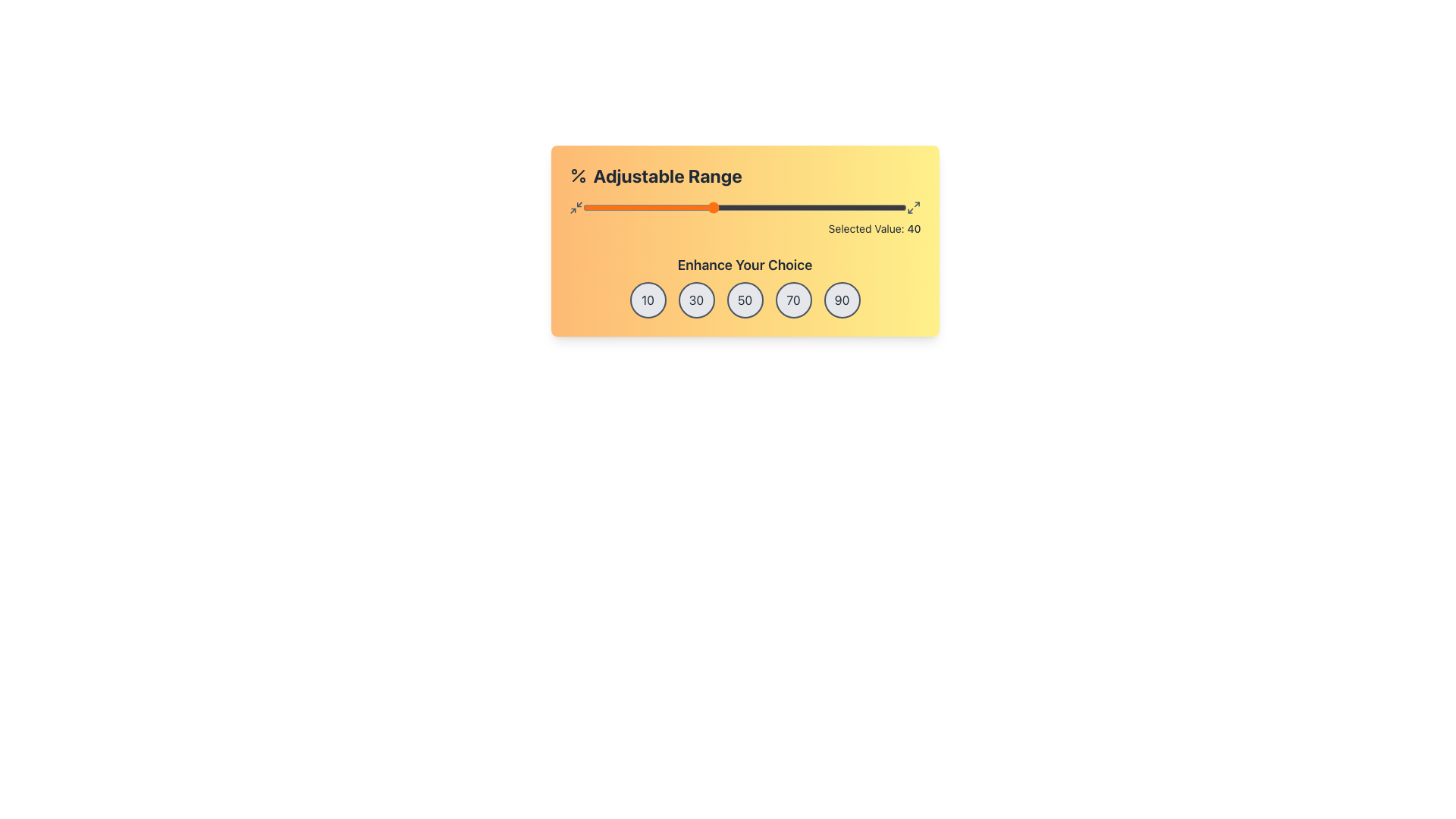 Image resolution: width=1456 pixels, height=819 pixels. Describe the element at coordinates (664, 207) in the screenshot. I see `the percentage` at that location.